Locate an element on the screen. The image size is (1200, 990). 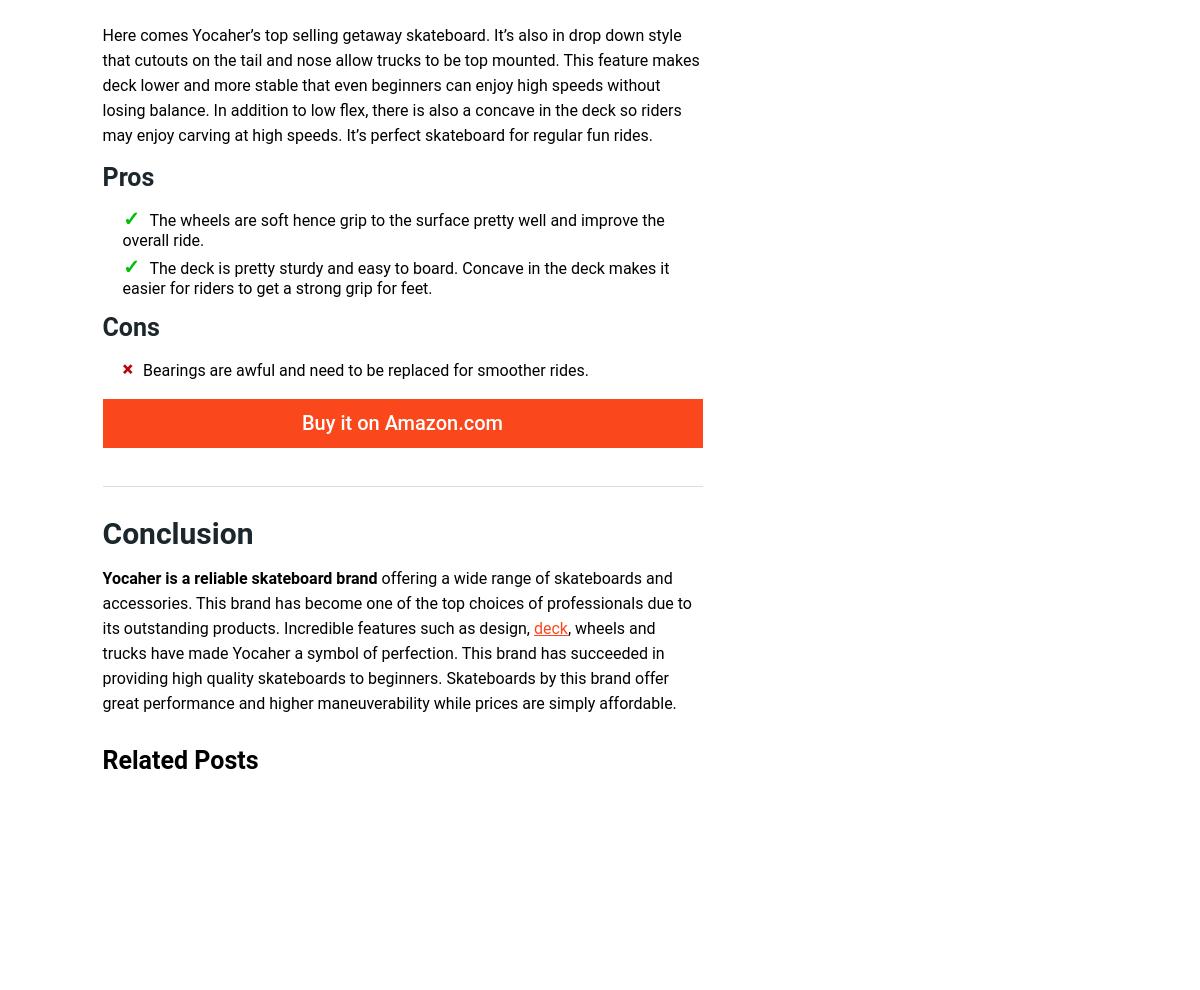
'Yocaher is a reliable skateboard brand' is located at coordinates (238, 578).